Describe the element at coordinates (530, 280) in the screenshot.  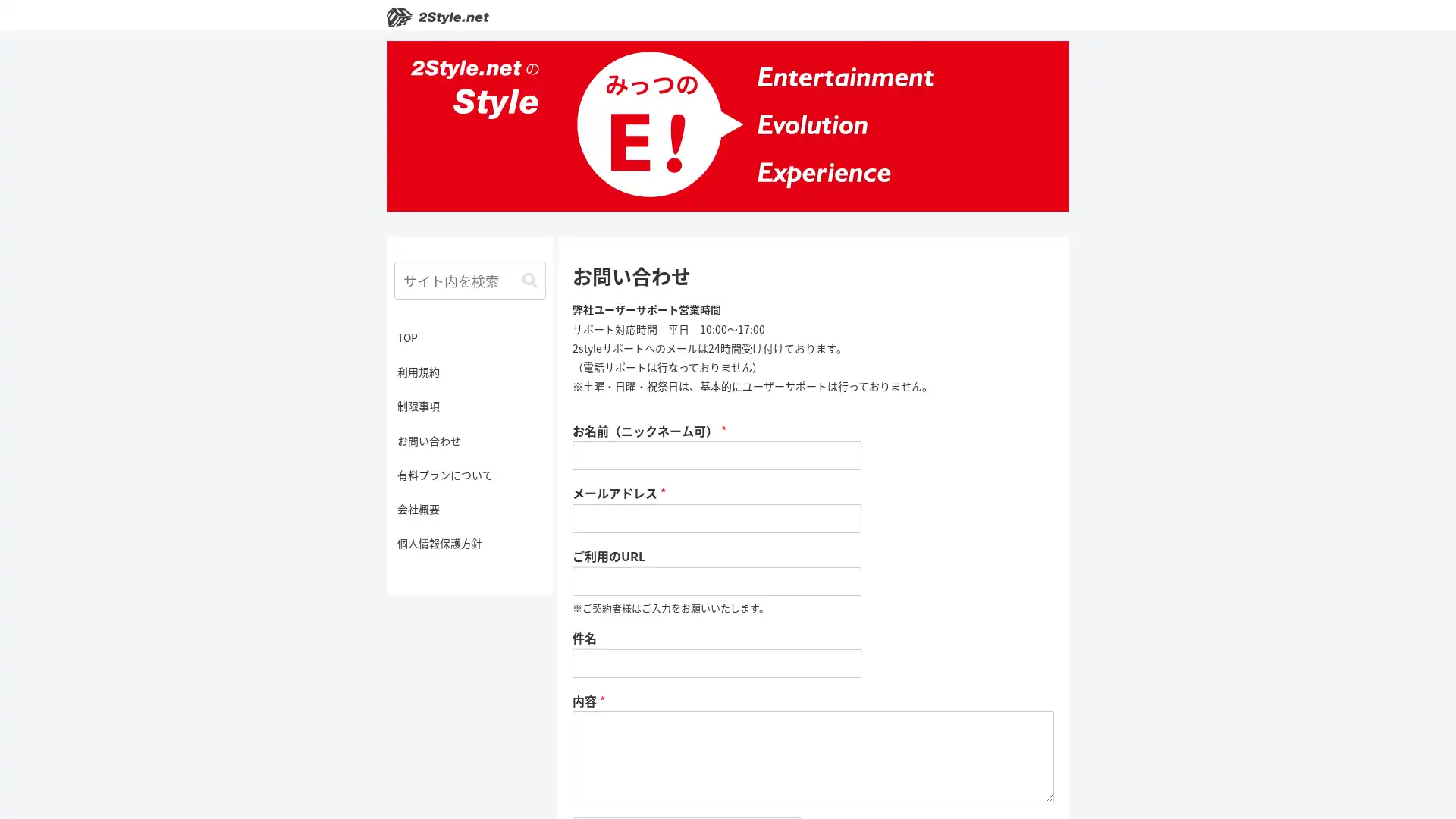
I see `button` at that location.